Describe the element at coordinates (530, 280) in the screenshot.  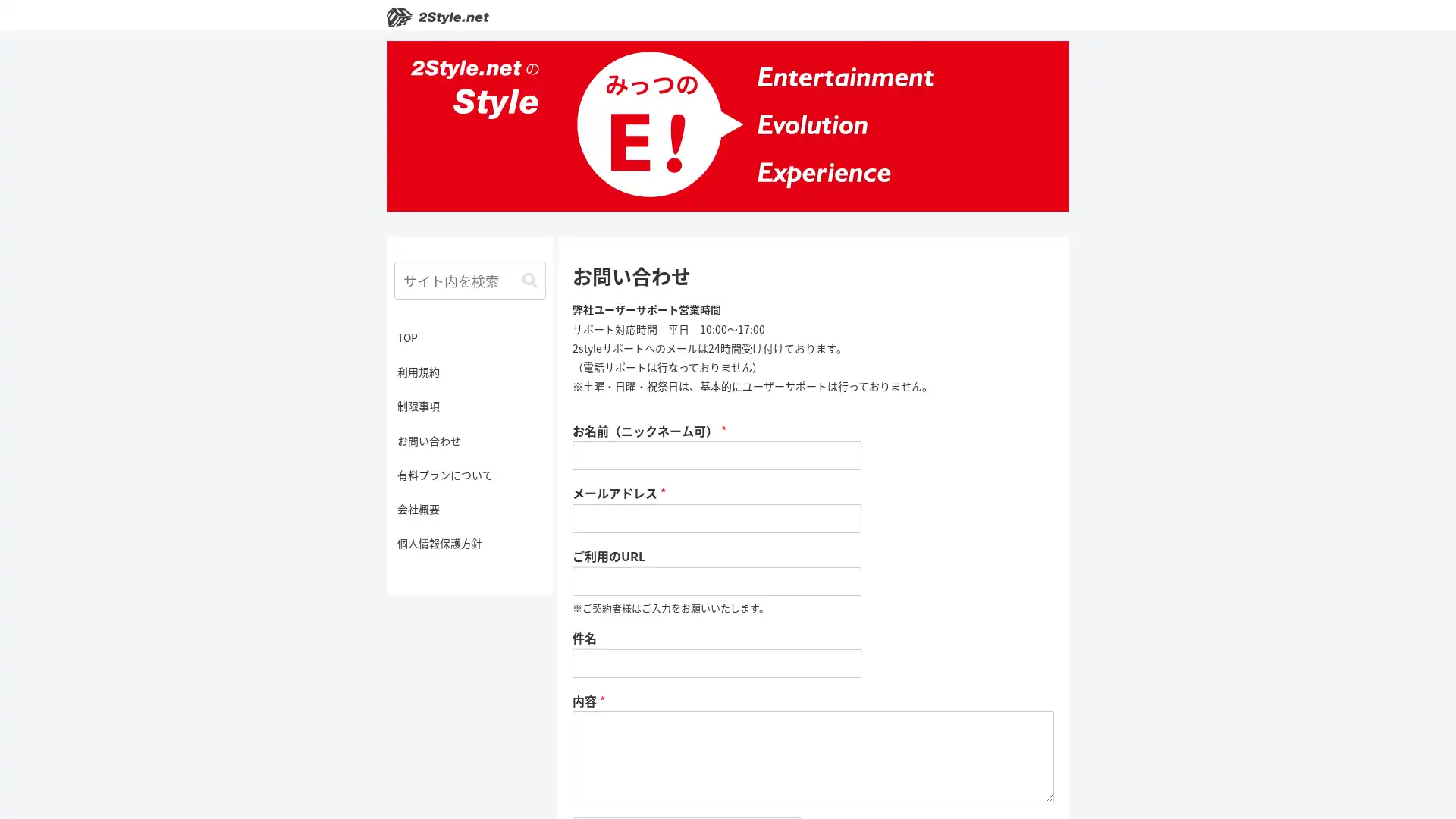
I see `button` at that location.